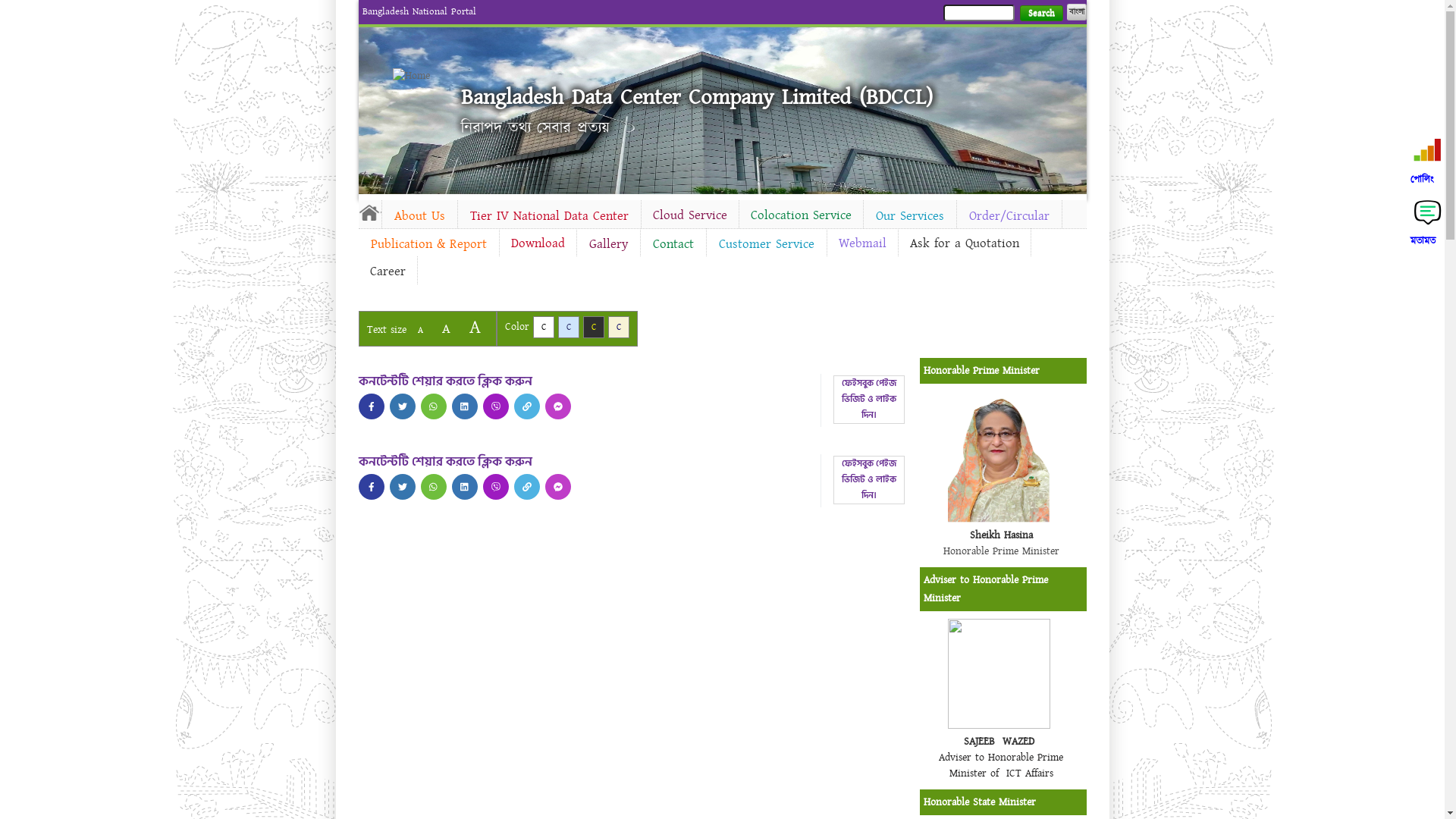 The image size is (1456, 819). I want to click on 'Gallery', so click(575, 243).